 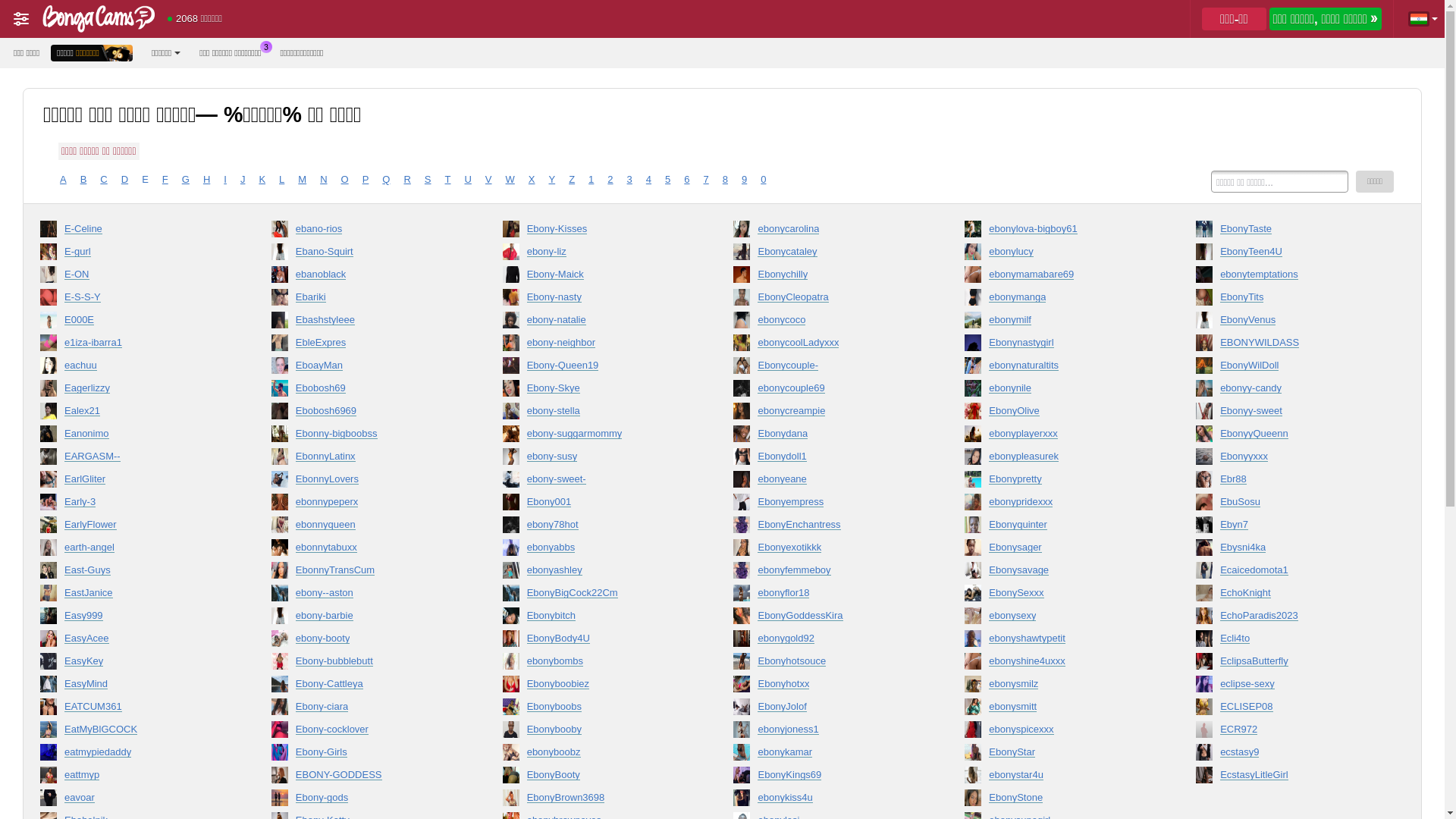 I want to click on 'ebonykamar', so click(x=733, y=755).